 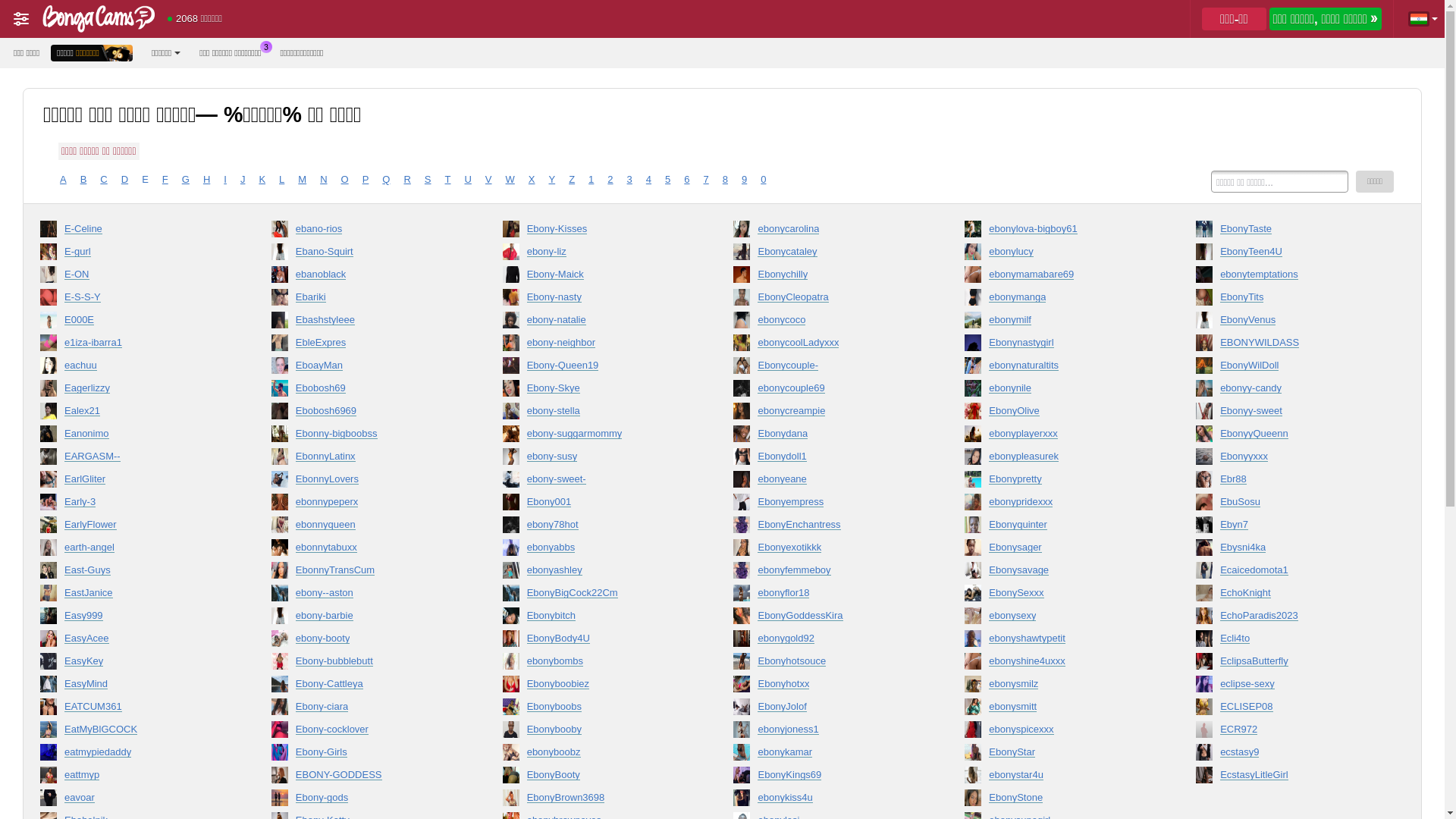 I want to click on 'ebonykamar', so click(x=733, y=755).